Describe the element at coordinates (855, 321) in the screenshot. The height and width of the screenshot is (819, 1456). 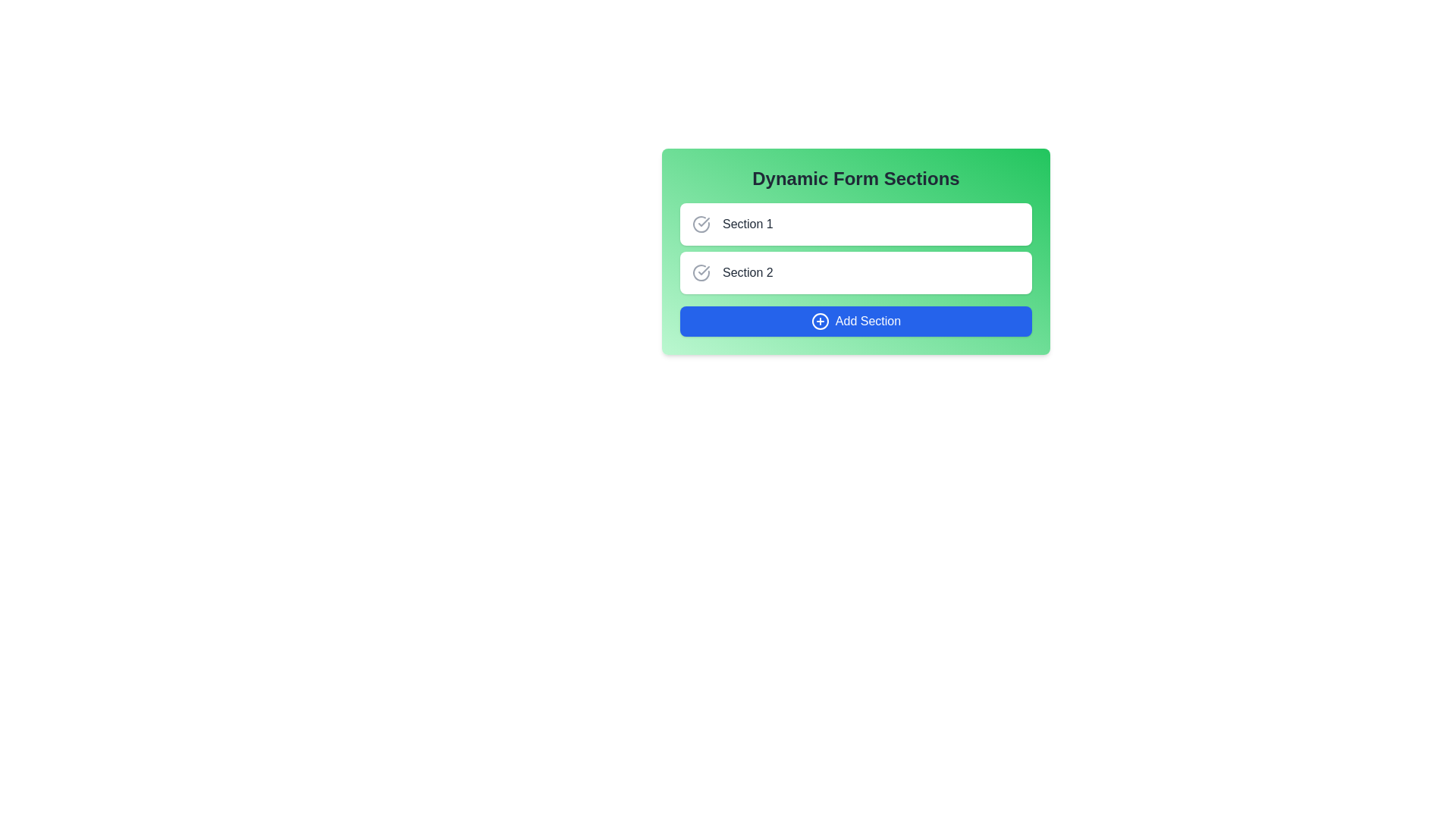
I see `the 'Add Section' button, which has a blue background and white text` at that location.